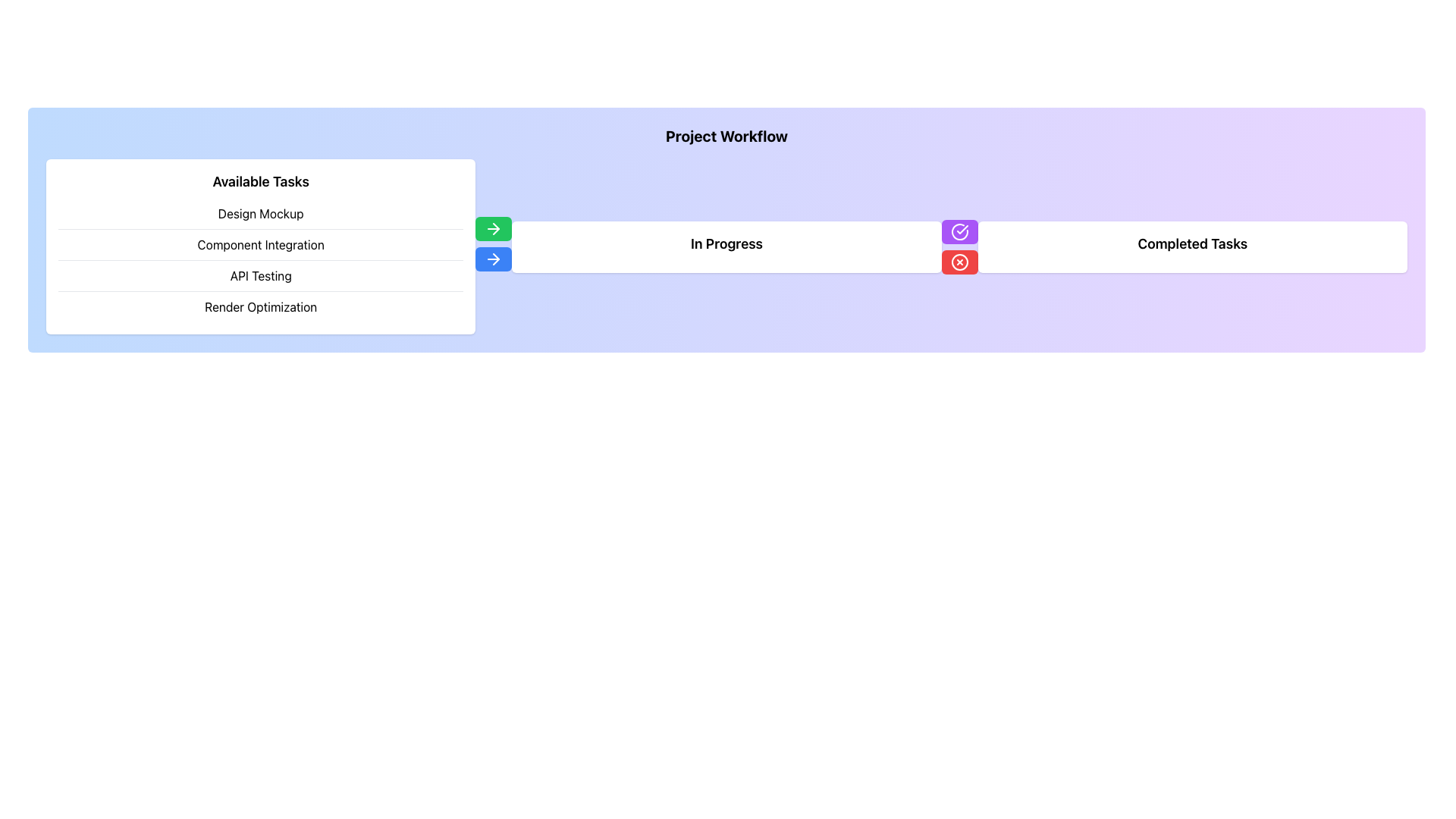 The height and width of the screenshot is (819, 1456). What do you see at coordinates (261, 244) in the screenshot?
I see `the static text item displaying 'Component Integration', which is the second item in the 'Available Tasks' list located in the left section of the interface` at bounding box center [261, 244].